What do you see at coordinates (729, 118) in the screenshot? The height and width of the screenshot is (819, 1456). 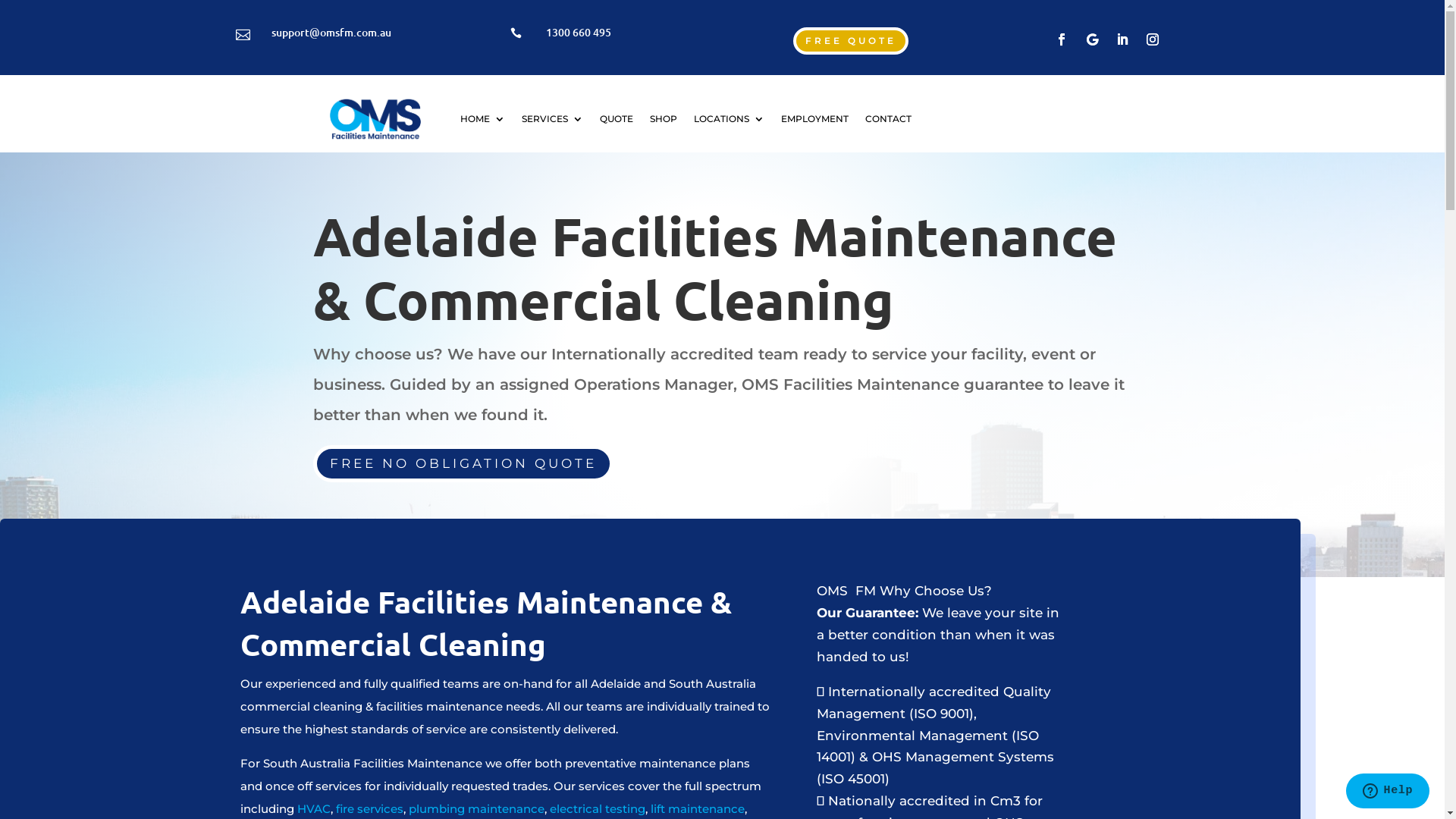 I see `'LOCATIONS'` at bounding box center [729, 118].